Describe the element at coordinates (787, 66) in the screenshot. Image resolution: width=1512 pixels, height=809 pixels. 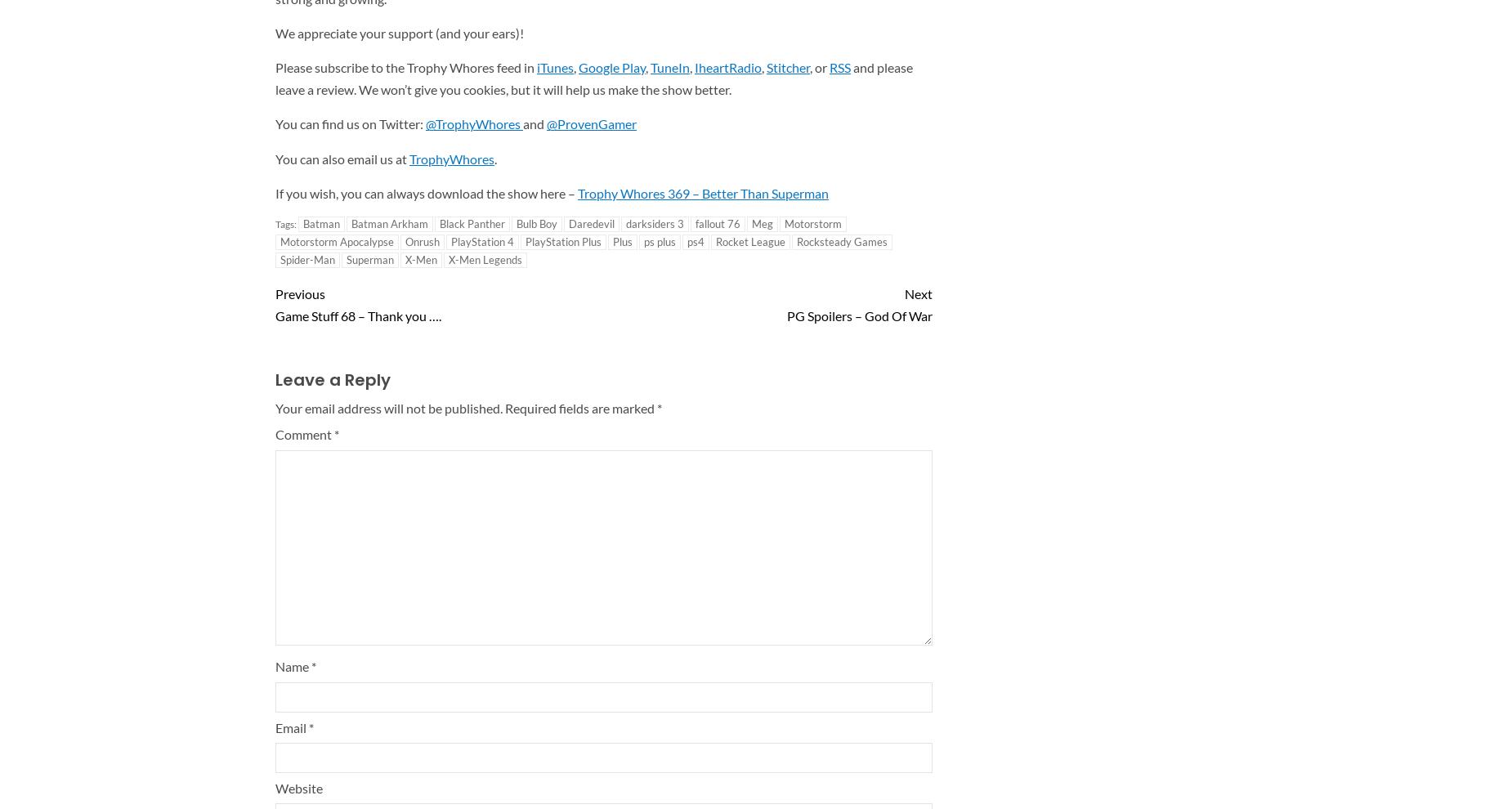
I see `'Stitcher'` at that location.